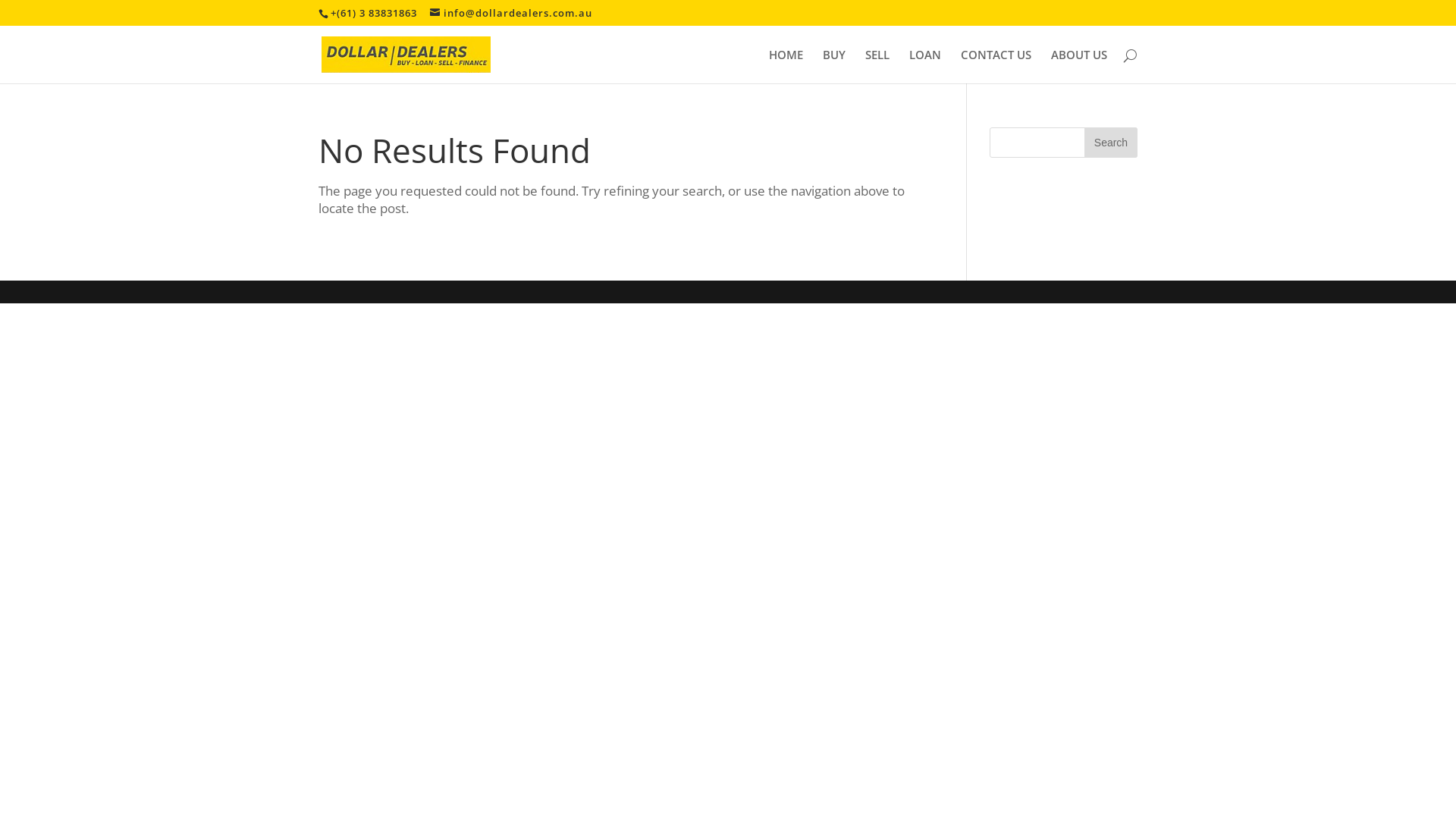 This screenshot has height=819, width=1456. I want to click on 'ABOUT US', so click(1078, 65).